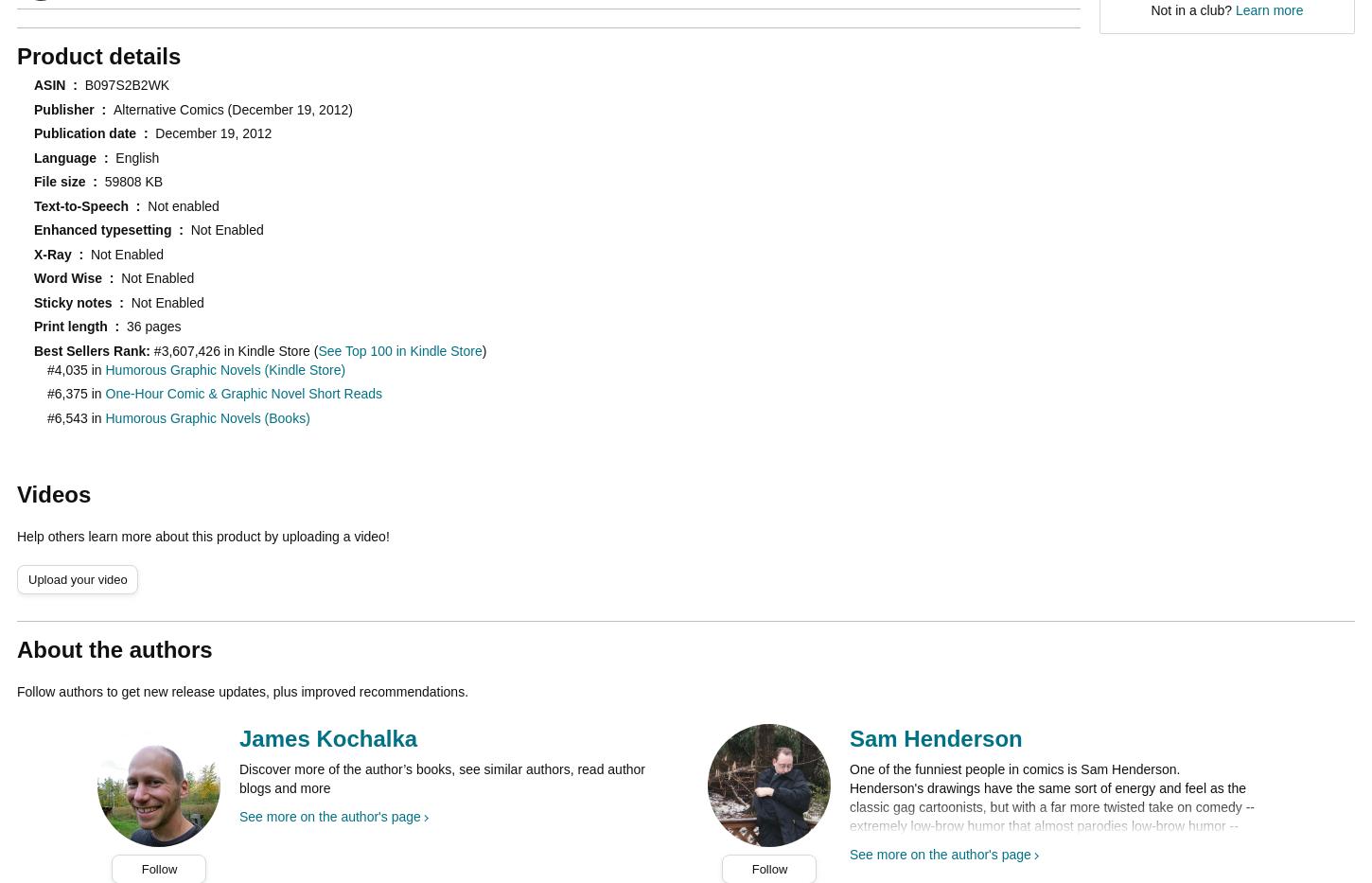  Describe the element at coordinates (75, 156) in the screenshot. I see `'Language
                                    ‏
                                        :
                                    ‎'` at that location.